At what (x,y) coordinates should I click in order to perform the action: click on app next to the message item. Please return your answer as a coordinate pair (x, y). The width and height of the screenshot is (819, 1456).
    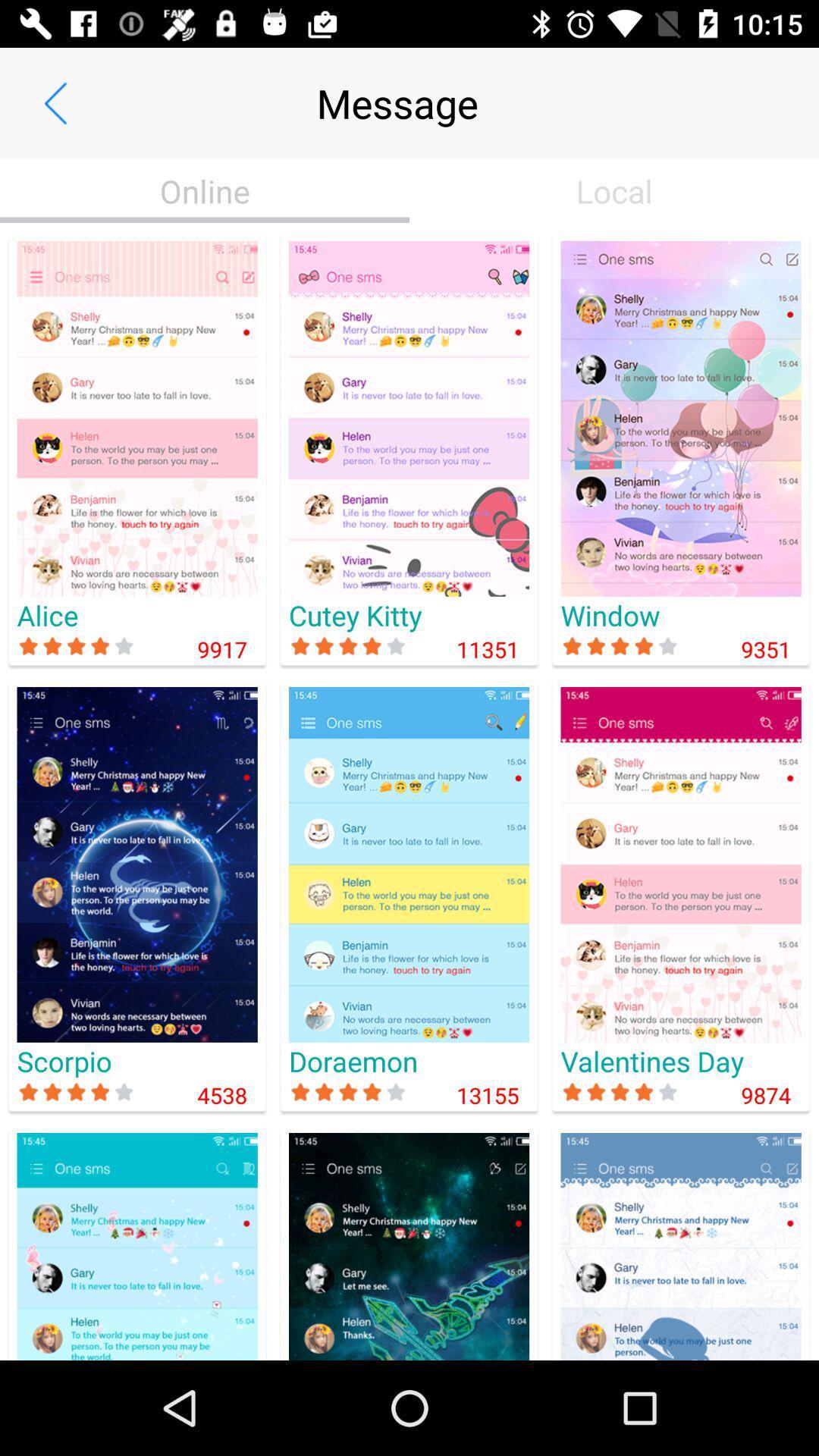
    Looking at the image, I should click on (55, 102).